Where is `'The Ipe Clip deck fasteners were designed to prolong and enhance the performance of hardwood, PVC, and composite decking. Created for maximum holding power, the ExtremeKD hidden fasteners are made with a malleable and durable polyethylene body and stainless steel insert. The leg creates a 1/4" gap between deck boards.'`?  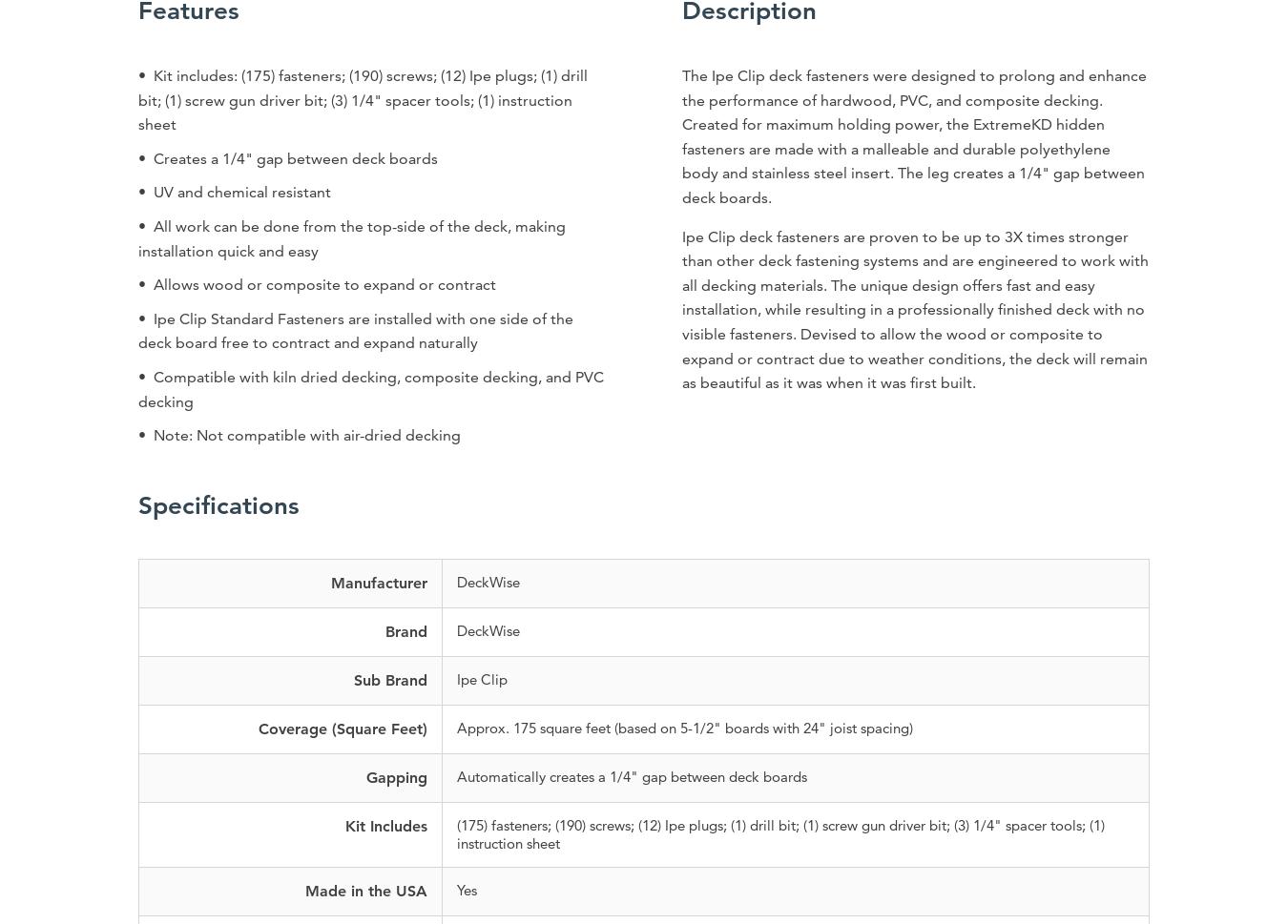 'The Ipe Clip deck fasteners were designed to prolong and enhance the performance of hardwood, PVC, and composite decking. Created for maximum holding power, the ExtremeKD hidden fasteners are made with a malleable and durable polyethylene body and stainless steel insert. The leg creates a 1/4" gap between deck boards.' is located at coordinates (680, 134).